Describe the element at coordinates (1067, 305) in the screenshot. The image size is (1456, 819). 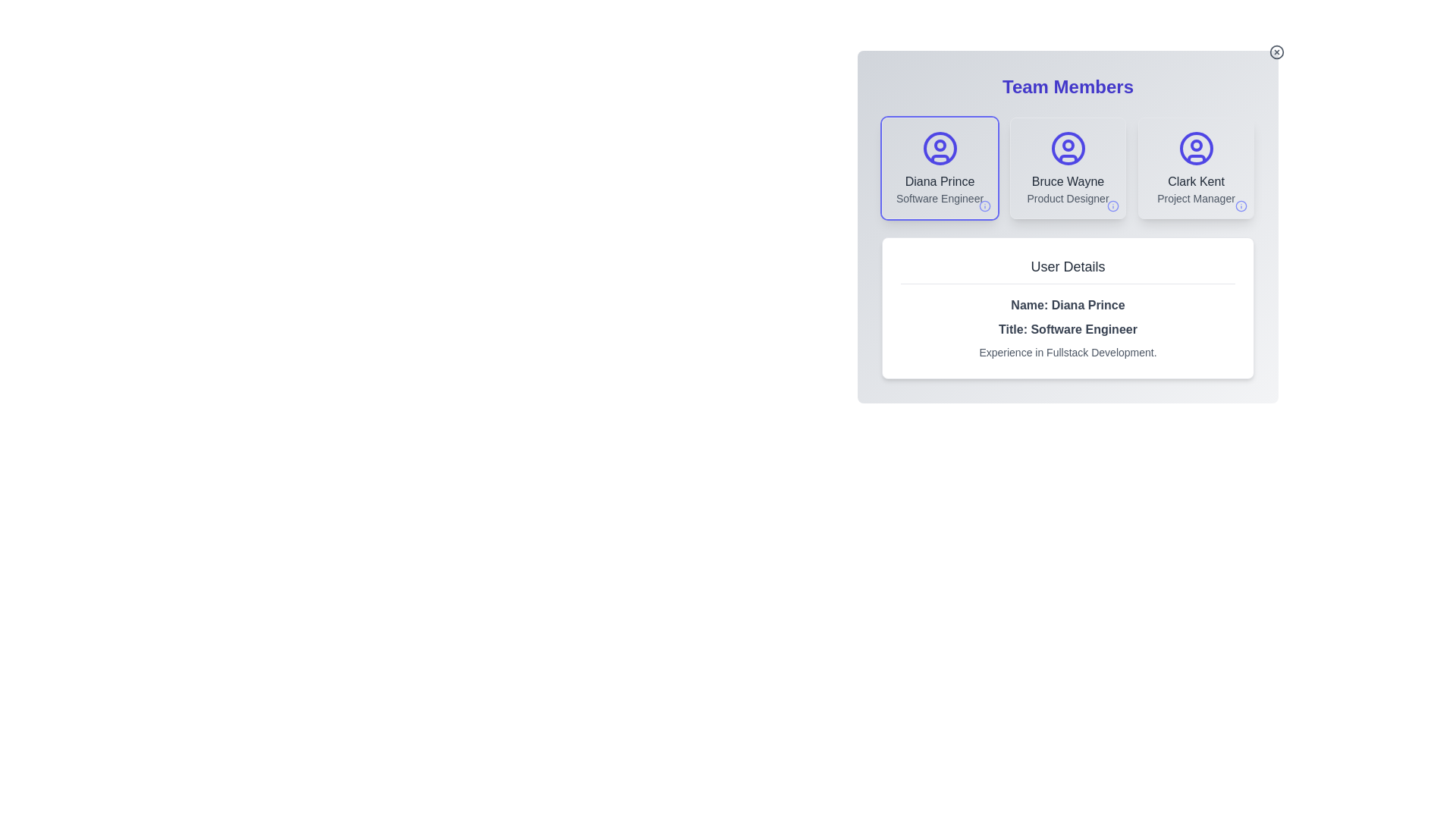
I see `the text label displaying the name 'Diana Prince' in the user profile section located below the 'User Details' title` at that location.